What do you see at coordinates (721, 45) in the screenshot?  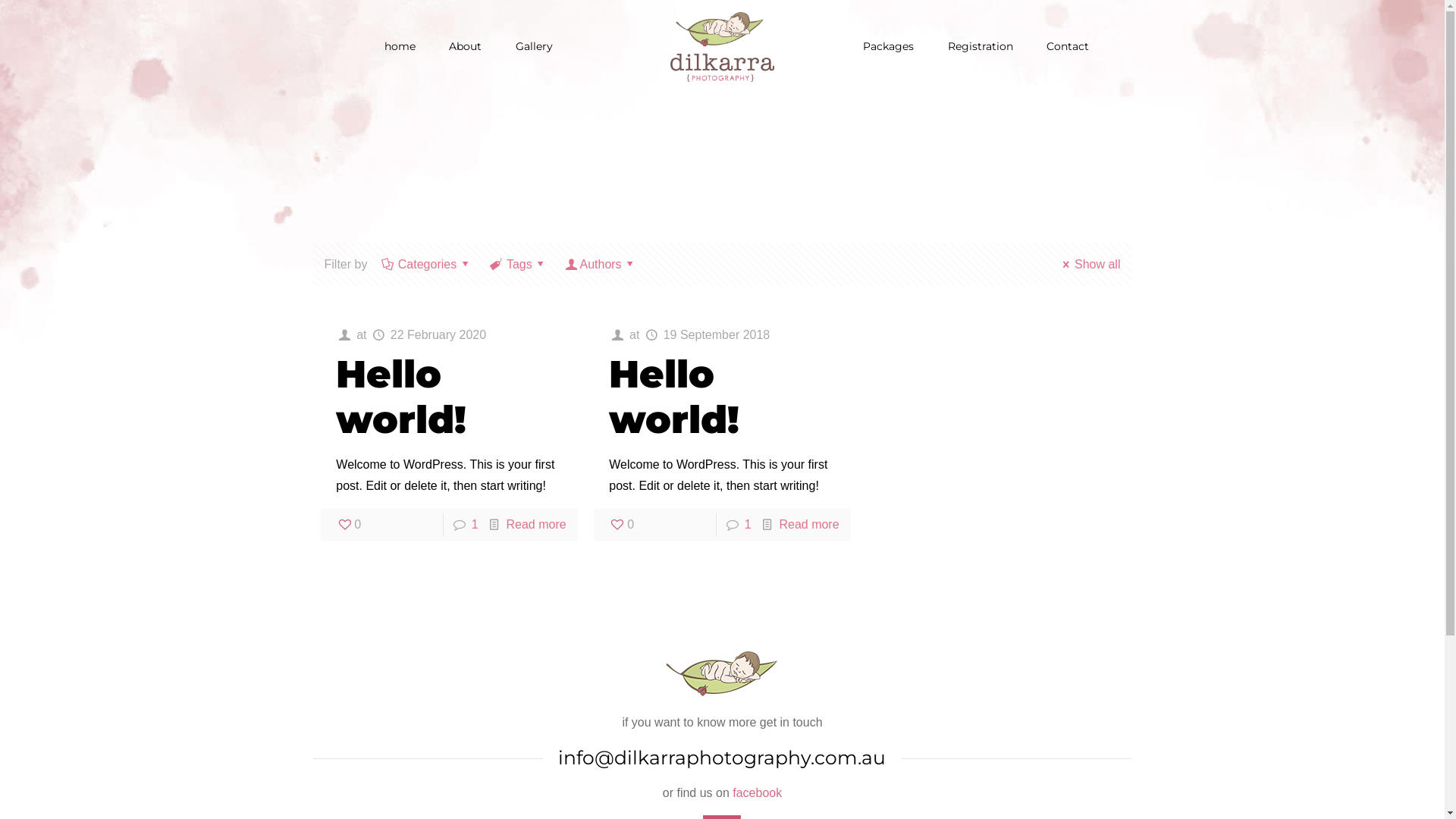 I see `'Dilkarra Photography'` at bounding box center [721, 45].